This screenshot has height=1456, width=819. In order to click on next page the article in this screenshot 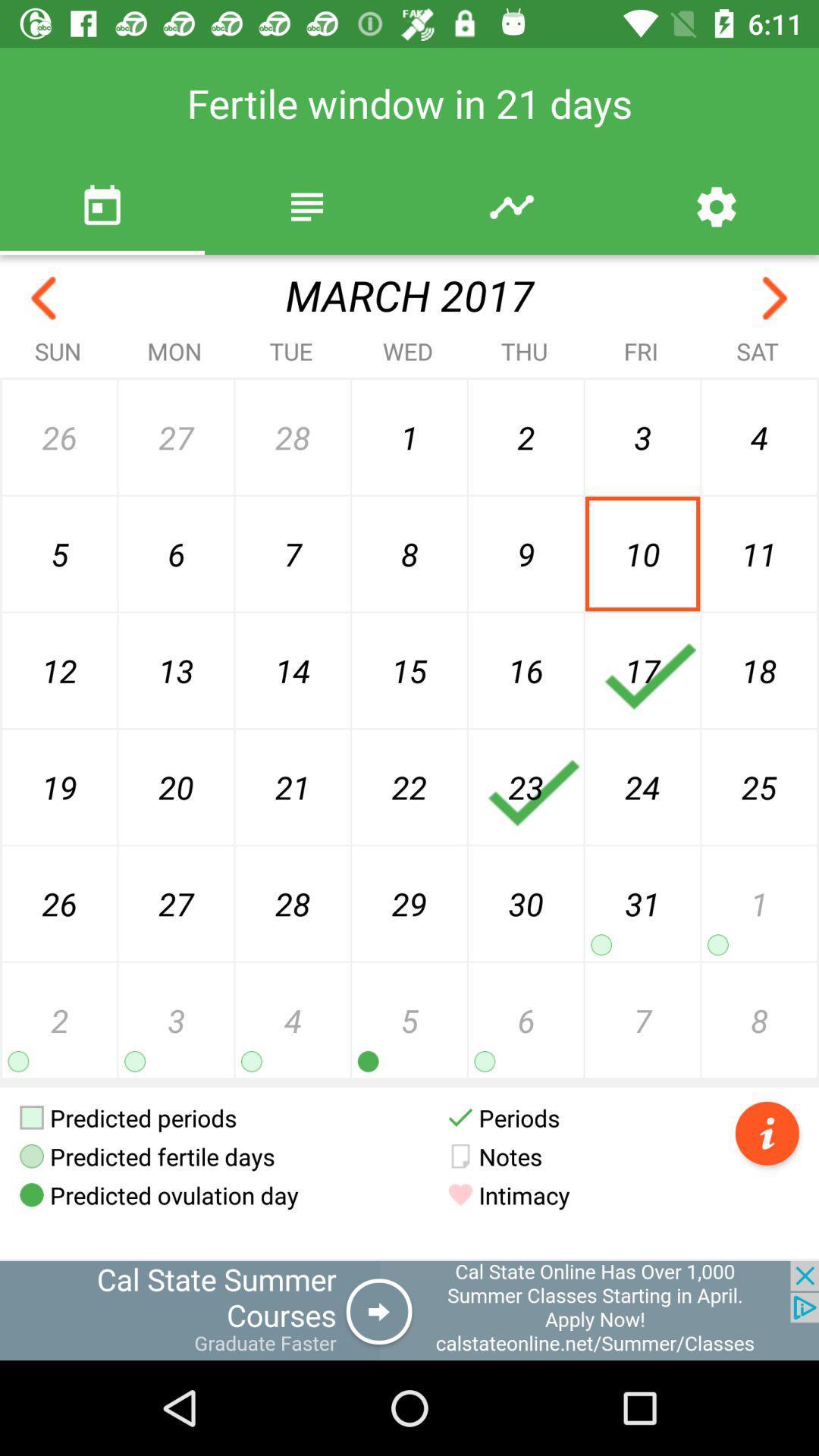, I will do `click(775, 298)`.